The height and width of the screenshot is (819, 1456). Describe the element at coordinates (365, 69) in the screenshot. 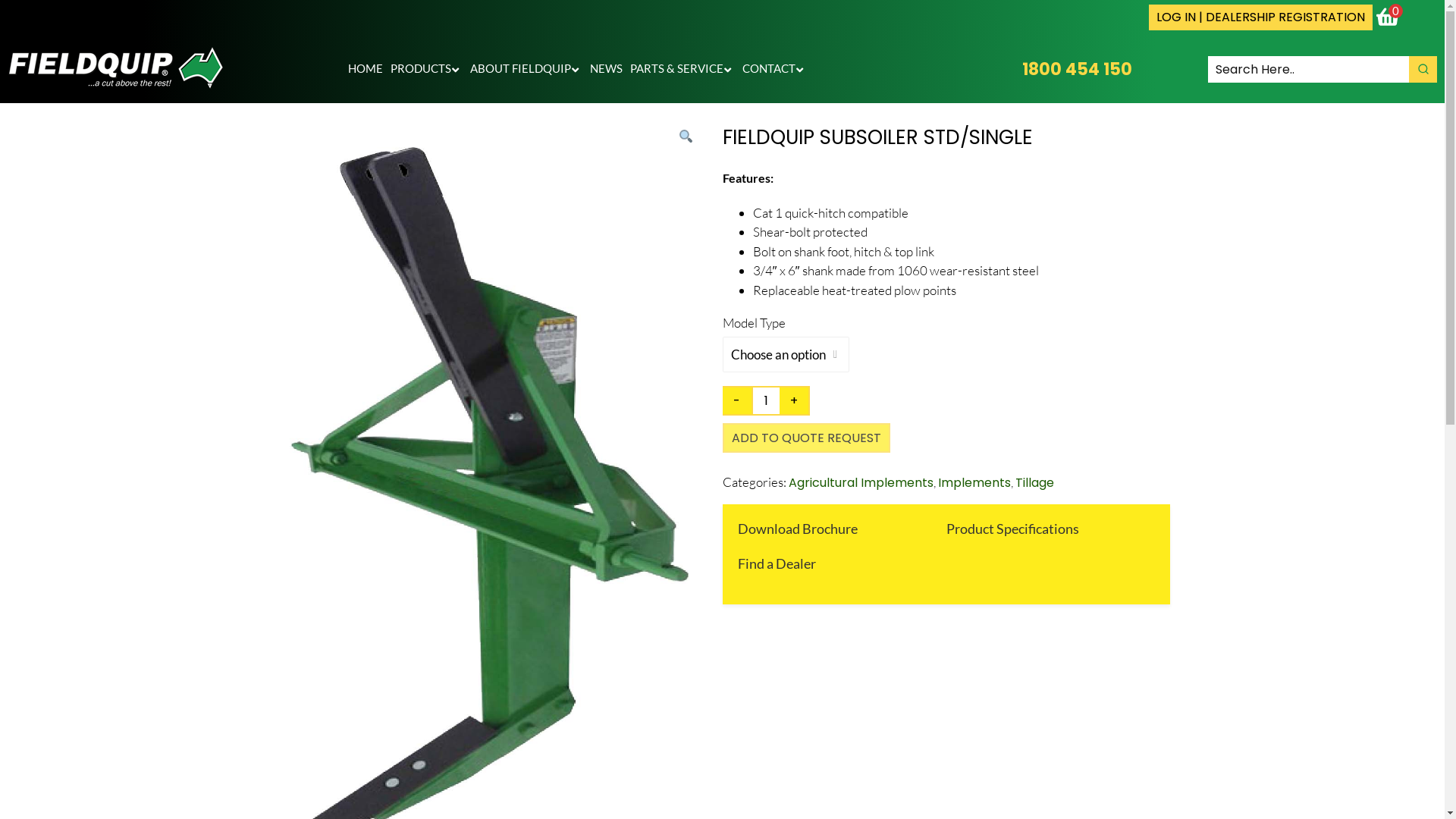

I see `'HOME'` at that location.